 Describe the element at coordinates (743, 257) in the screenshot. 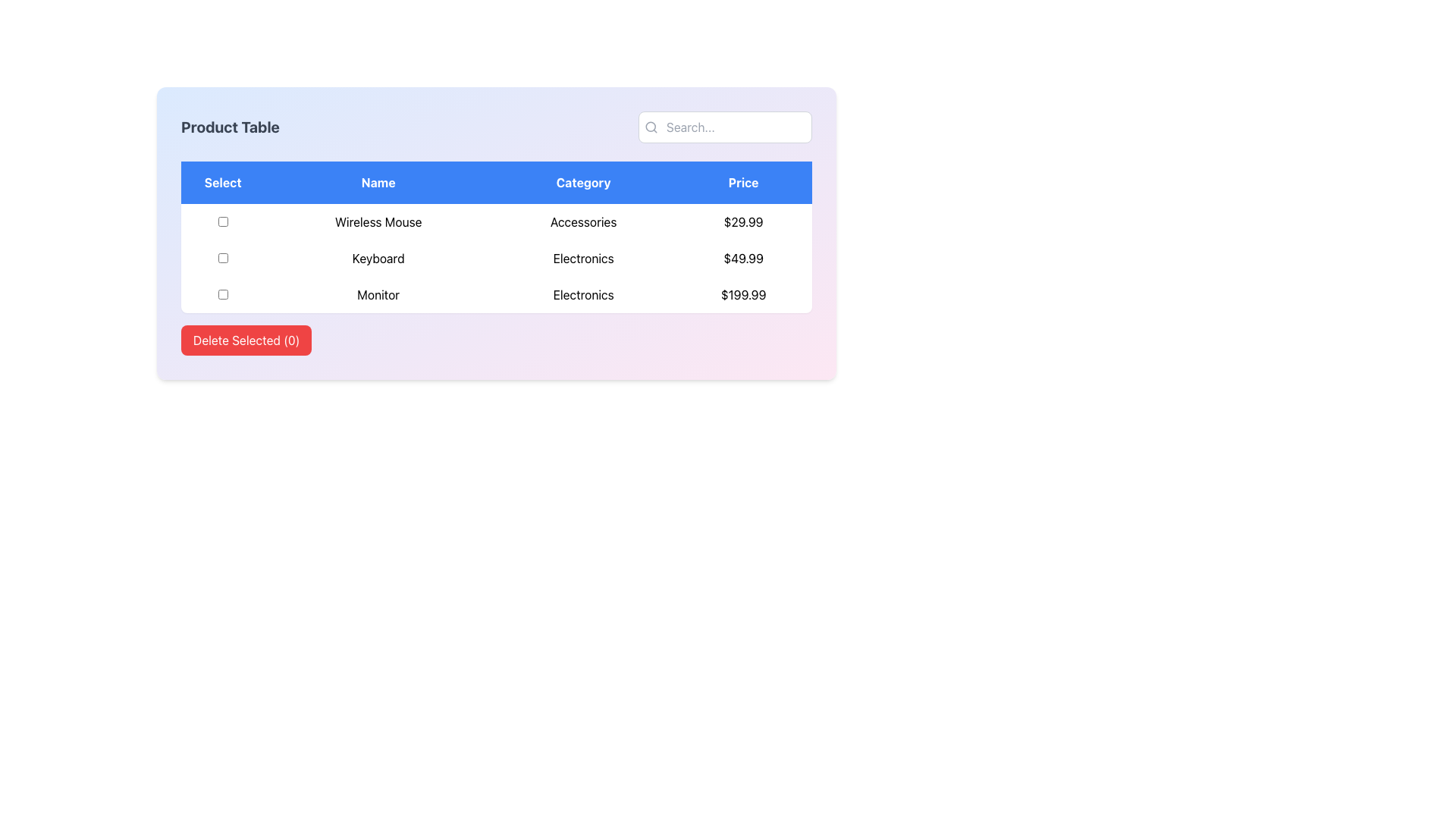

I see `the price label displaying '$49.99' for the 'Keyboard' product, which is aligned to the right end of its row in the table` at that location.